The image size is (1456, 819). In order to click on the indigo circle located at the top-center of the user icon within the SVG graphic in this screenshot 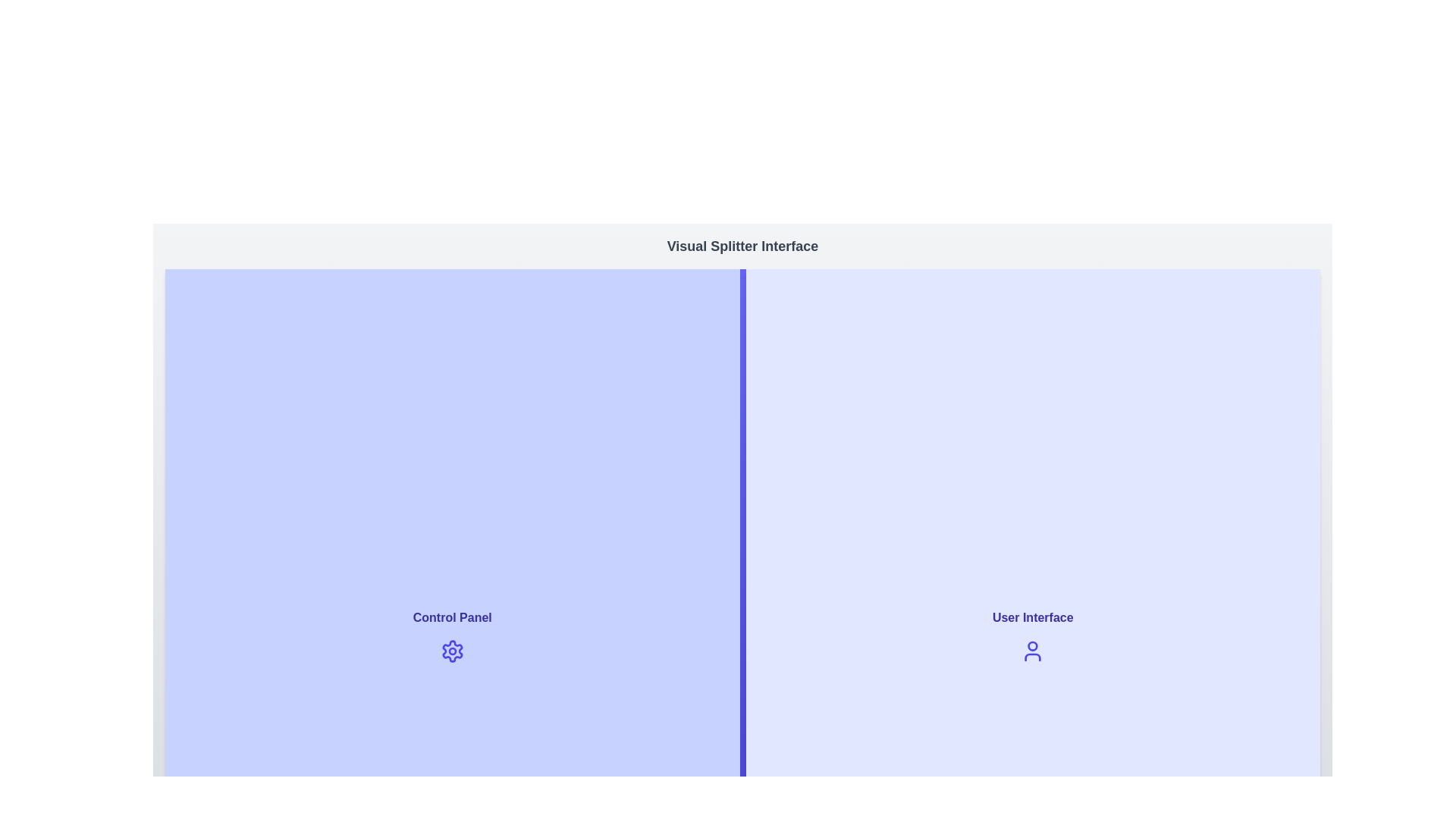, I will do `click(1032, 646)`.